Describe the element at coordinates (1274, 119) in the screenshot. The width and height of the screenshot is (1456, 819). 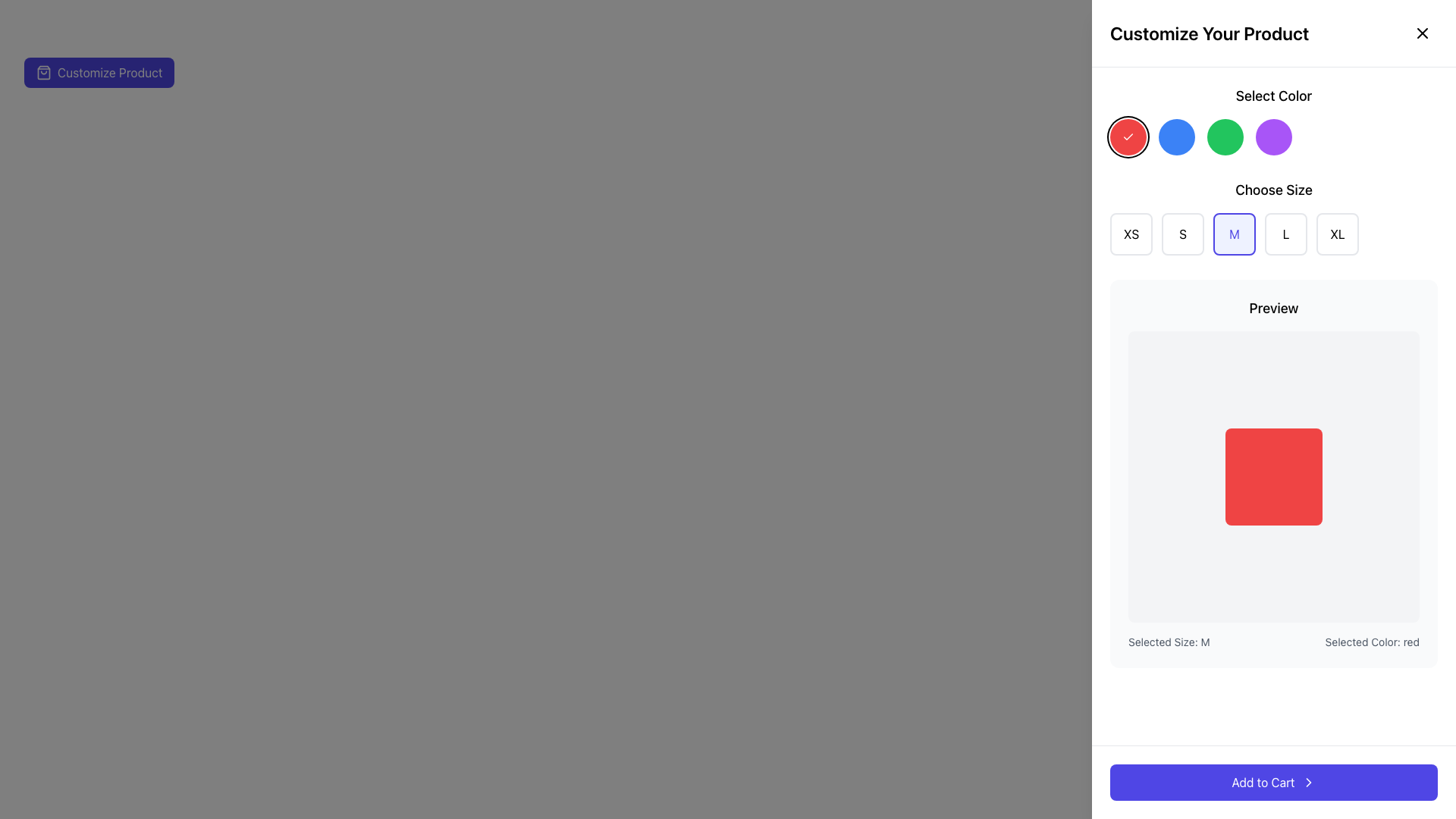
I see `the Text Label that informs the user about the purpose of the below color options in the 'Customize Your Product' panel` at that location.